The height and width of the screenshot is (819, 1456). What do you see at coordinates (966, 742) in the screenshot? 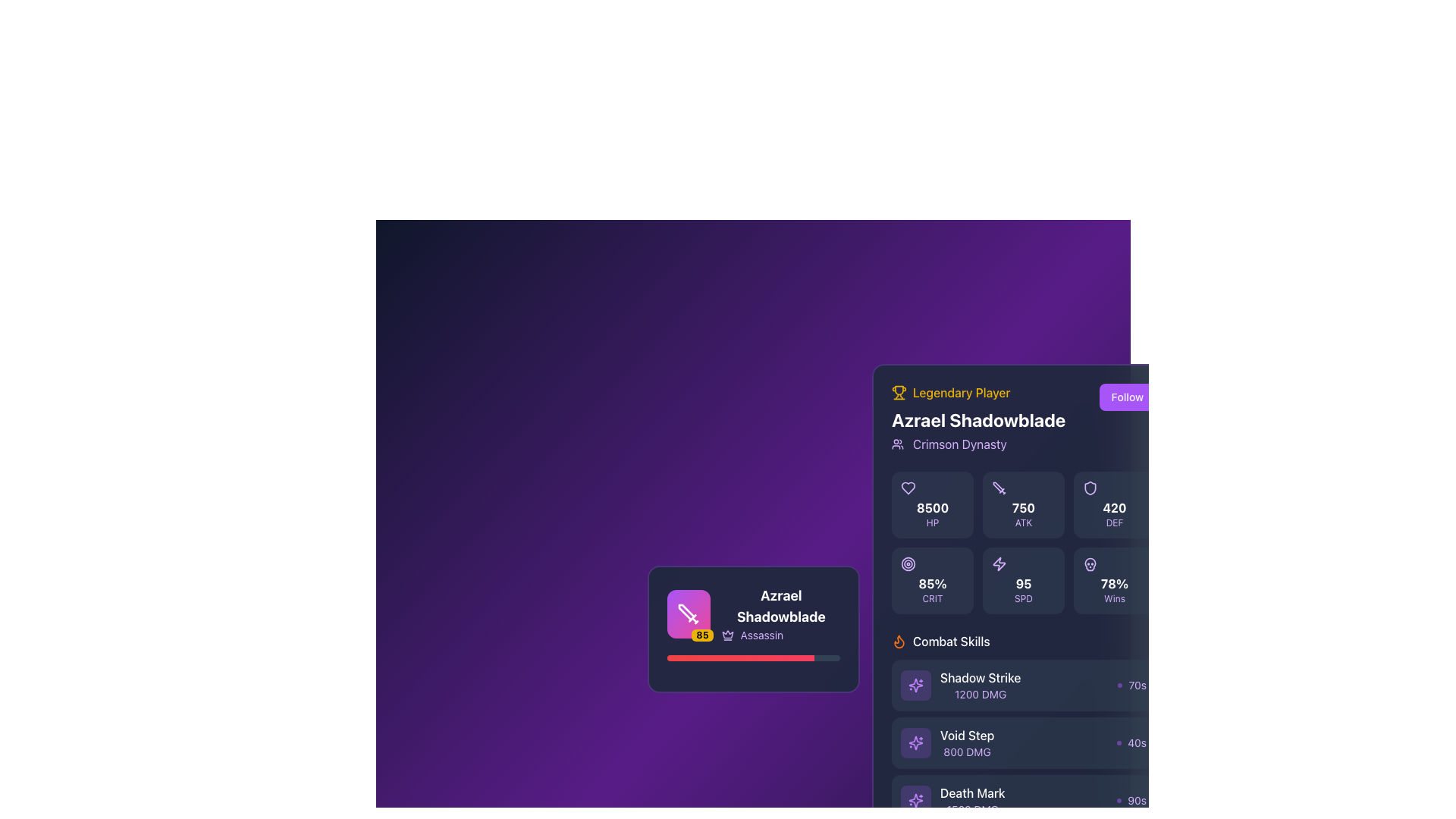
I see `the information displayed for the combat skill 'Void Step' with damage '800 DMG' in the 'Combat Skills' section of the right-side card` at bounding box center [966, 742].